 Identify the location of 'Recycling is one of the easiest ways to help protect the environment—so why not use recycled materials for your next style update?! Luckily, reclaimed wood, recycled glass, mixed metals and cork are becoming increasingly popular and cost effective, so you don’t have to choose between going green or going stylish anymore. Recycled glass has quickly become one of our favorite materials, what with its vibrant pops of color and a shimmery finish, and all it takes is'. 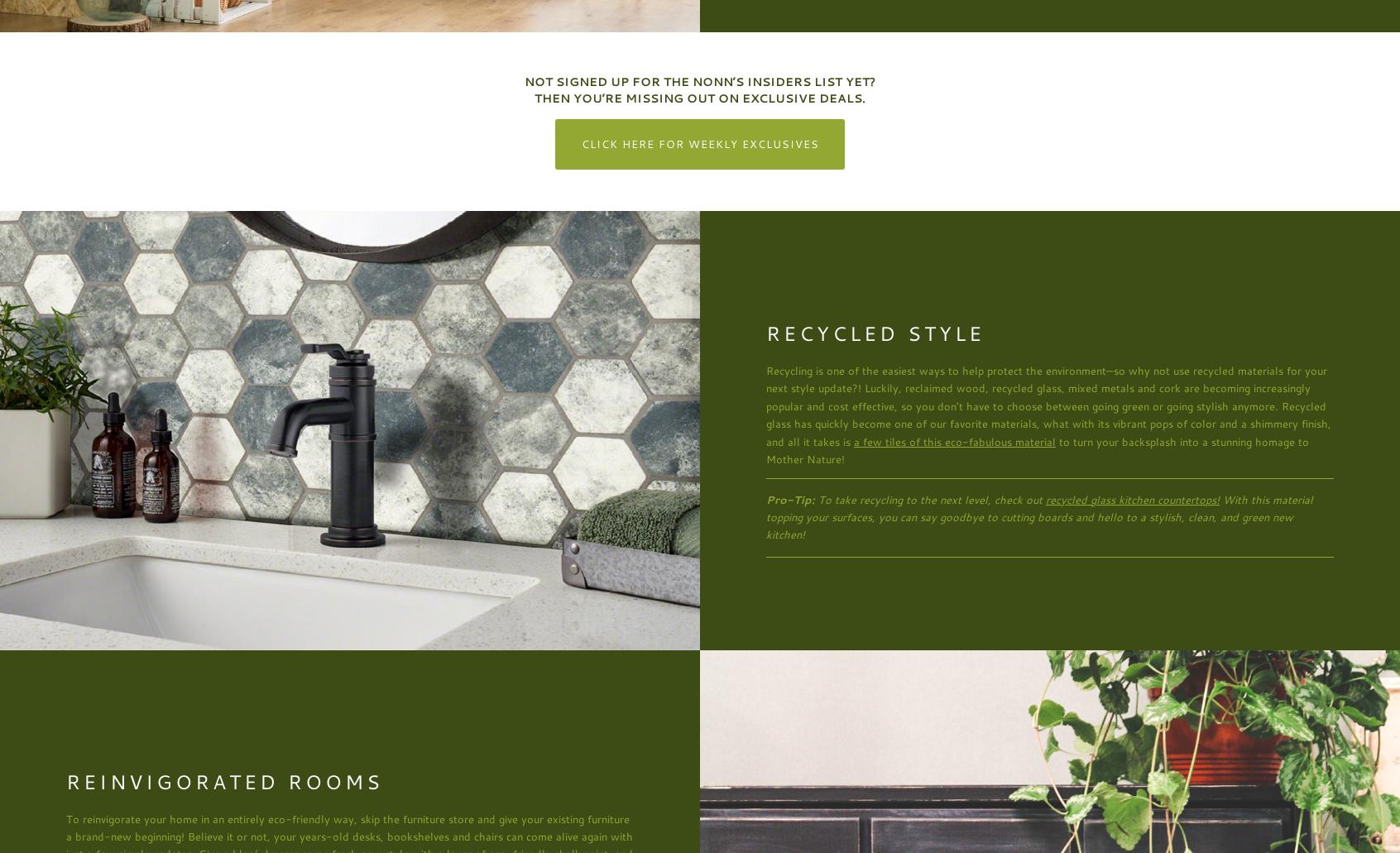
(1048, 405).